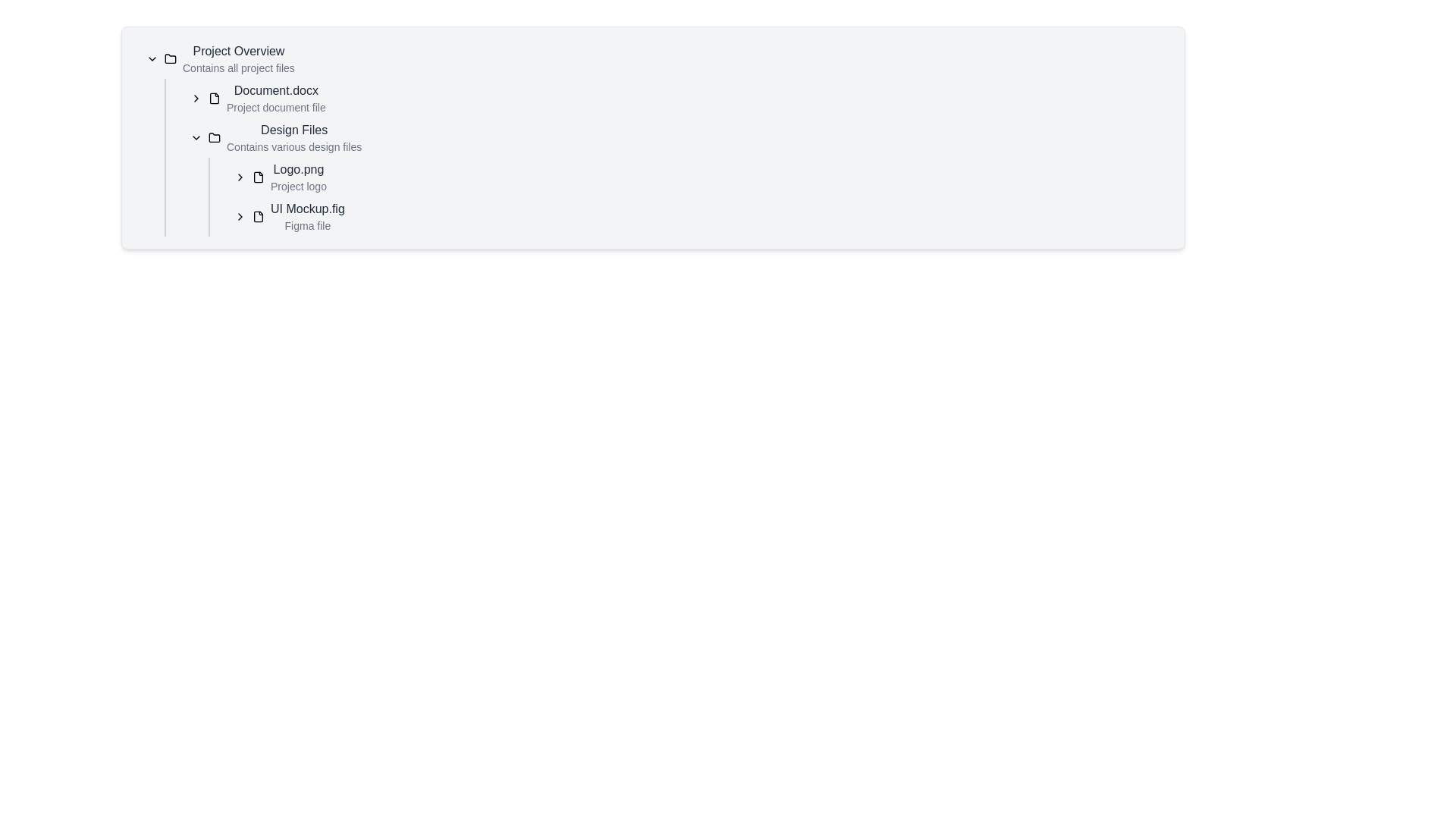  What do you see at coordinates (298, 169) in the screenshot?
I see `the text label identifying the file entry 'Logo.png' within the 'Design Files' section under 'Project Overview'` at bounding box center [298, 169].